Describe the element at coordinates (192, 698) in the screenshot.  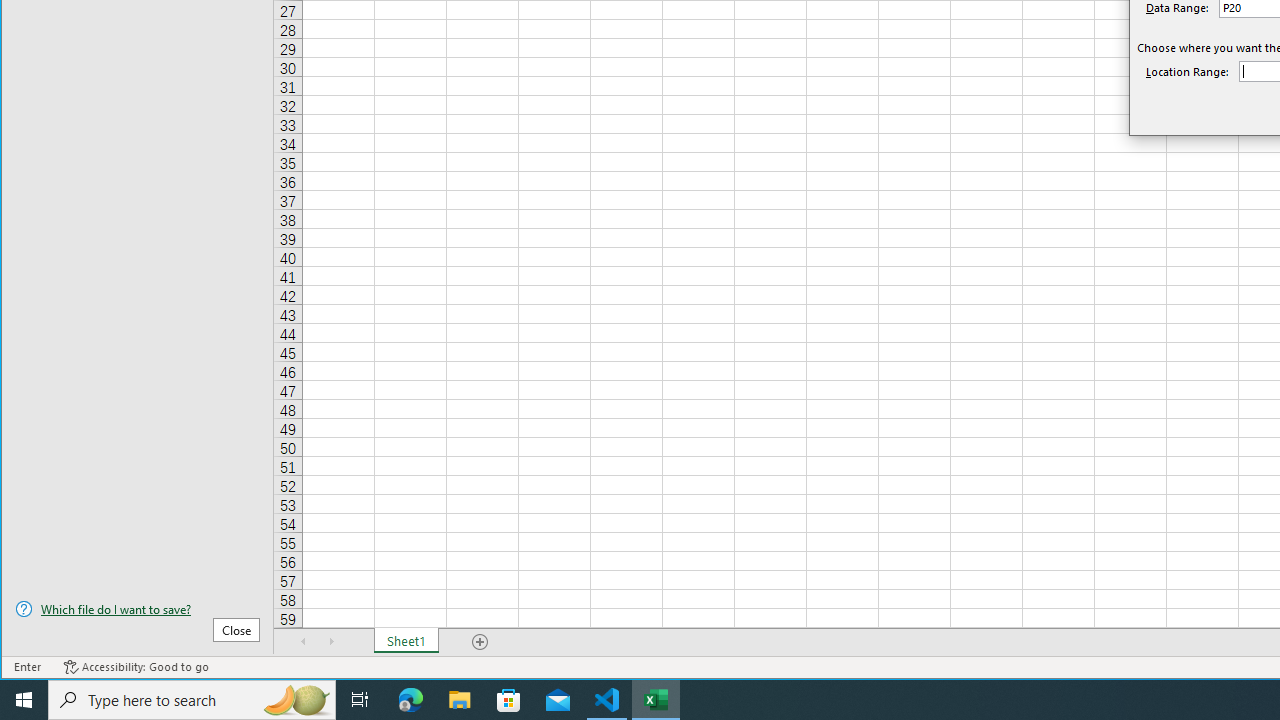
I see `'Type here to search'` at that location.